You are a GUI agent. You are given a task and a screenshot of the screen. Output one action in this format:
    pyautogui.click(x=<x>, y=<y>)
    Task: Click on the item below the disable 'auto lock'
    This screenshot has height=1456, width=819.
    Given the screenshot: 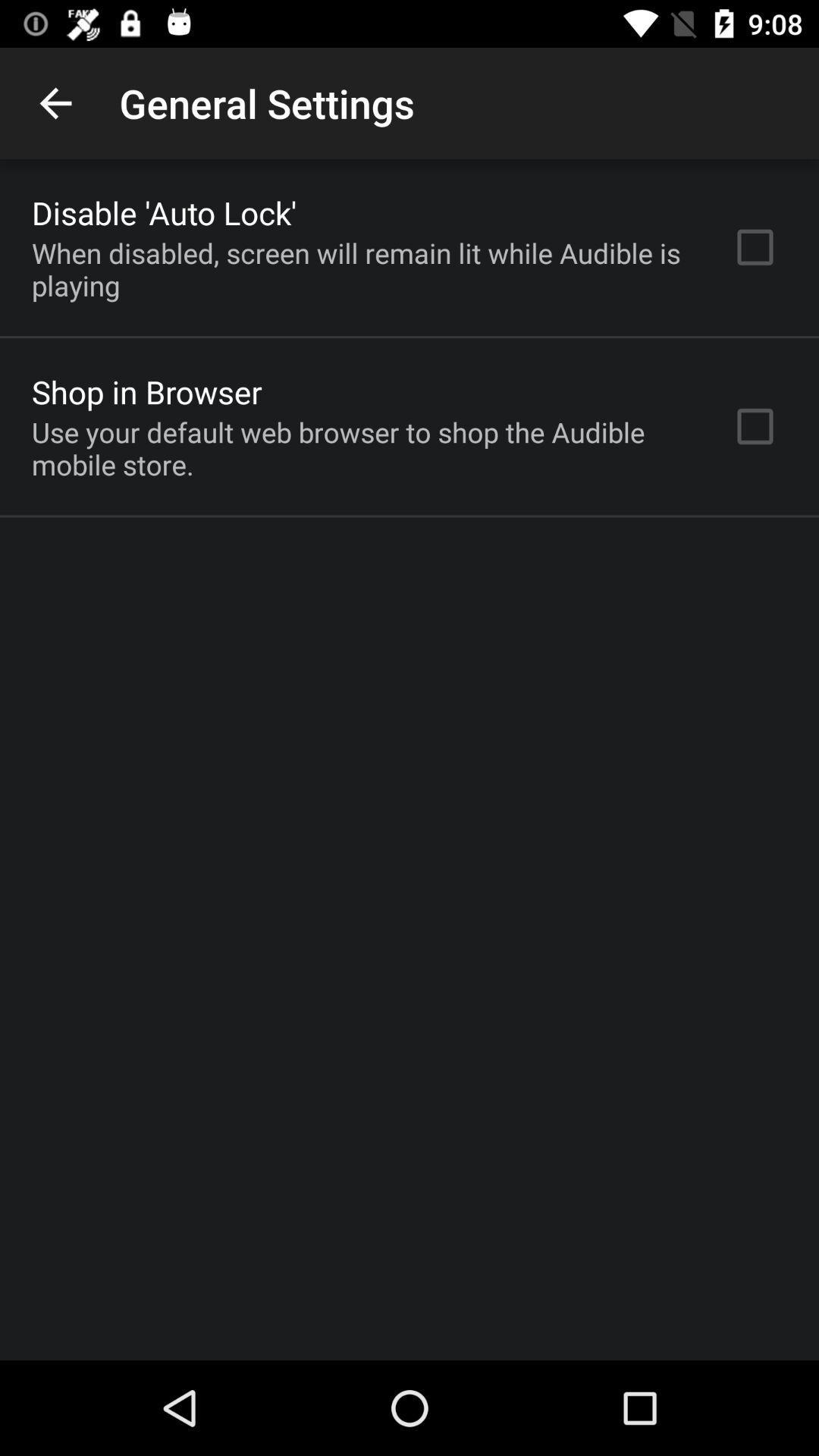 What is the action you would take?
    pyautogui.click(x=362, y=269)
    